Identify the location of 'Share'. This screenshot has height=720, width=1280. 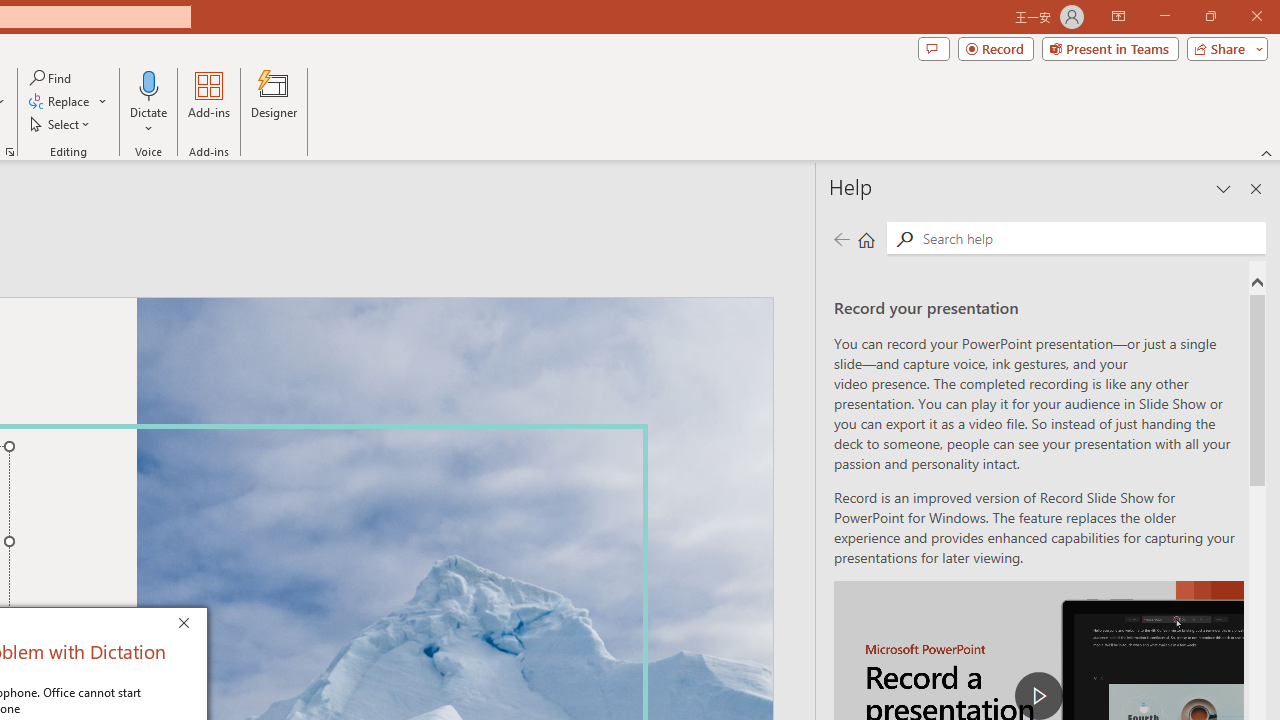
(1222, 47).